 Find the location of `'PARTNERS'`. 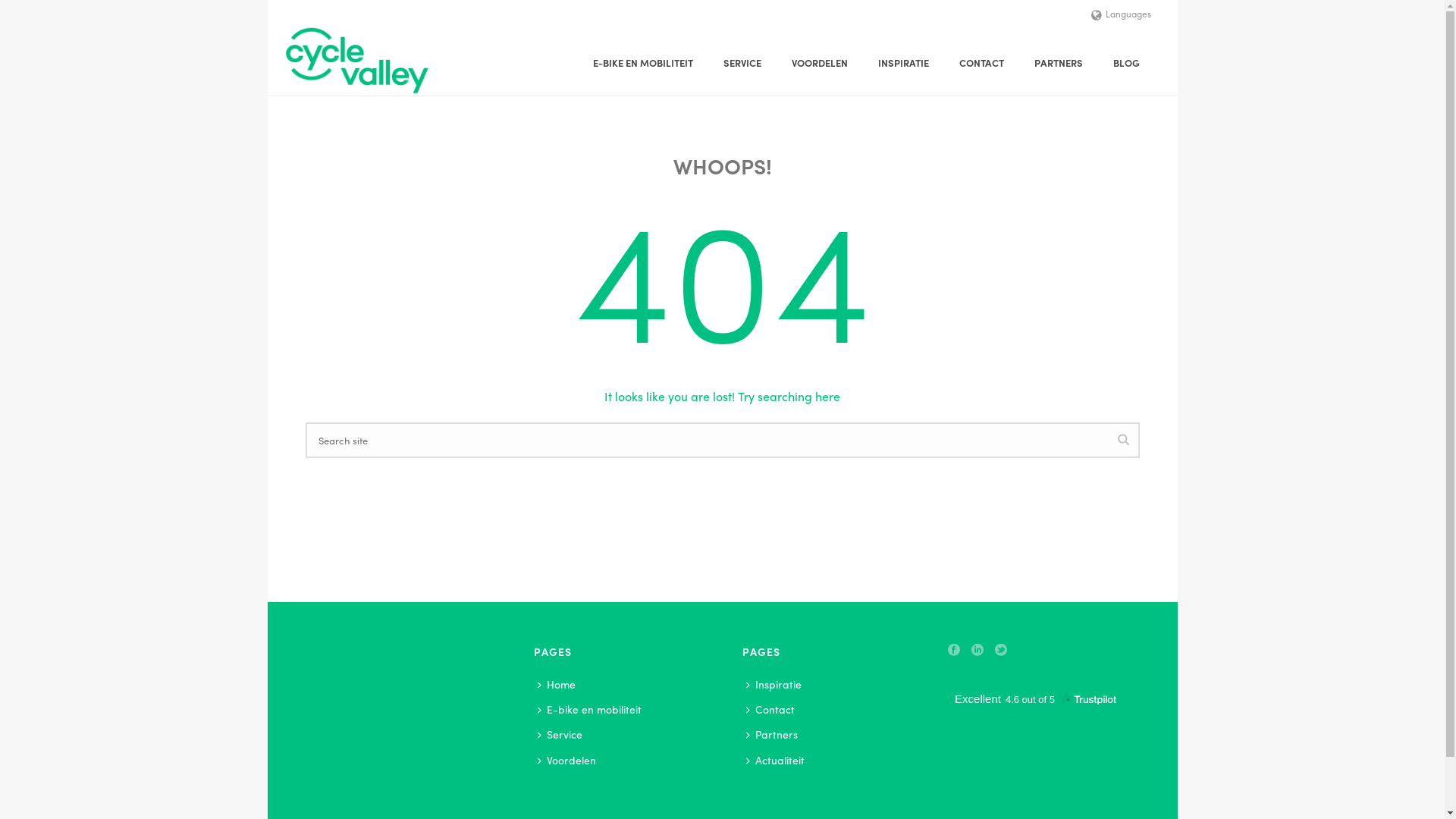

'PARTNERS' is located at coordinates (1058, 62).